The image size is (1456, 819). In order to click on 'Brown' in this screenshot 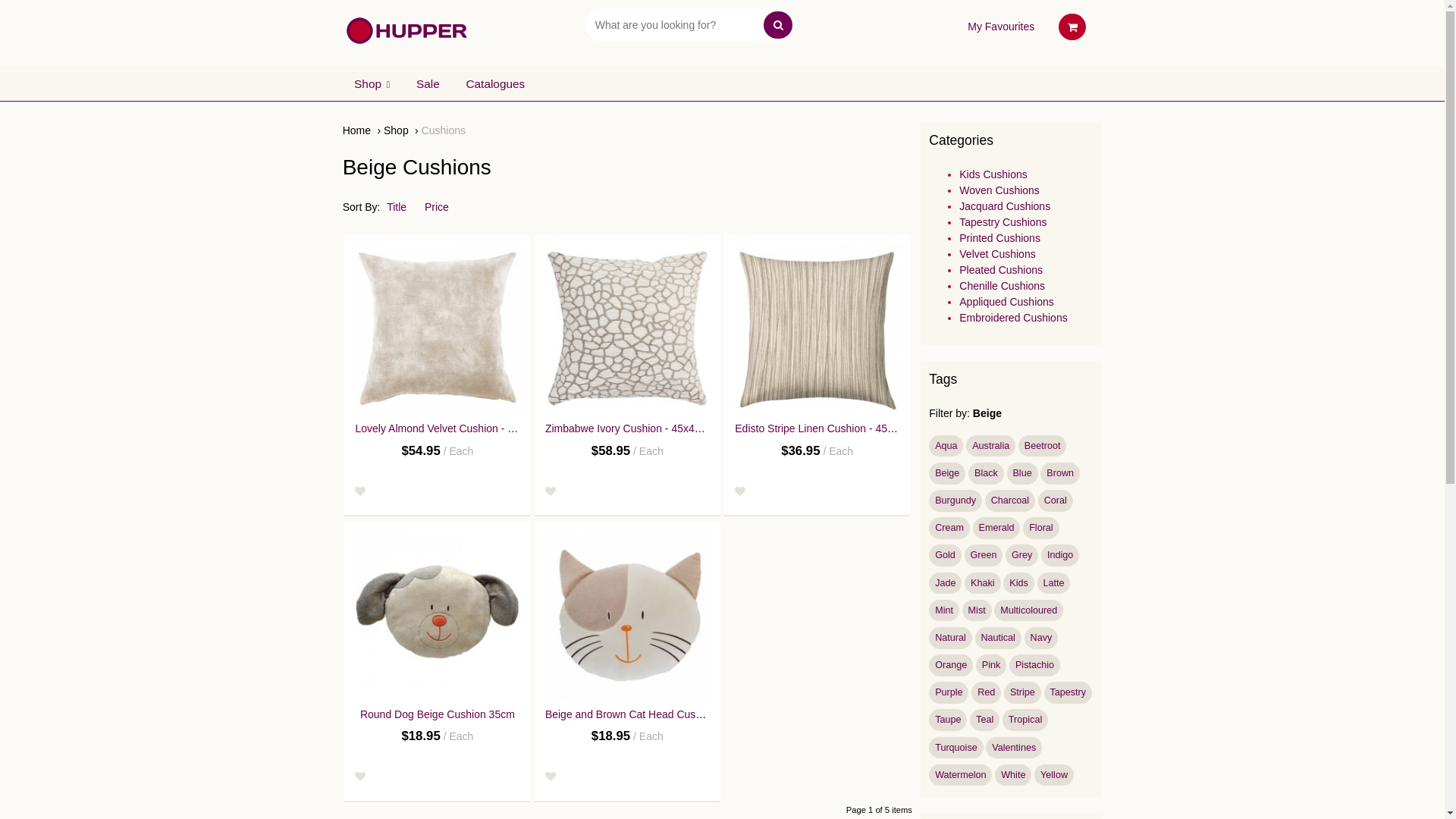, I will do `click(1059, 472)`.